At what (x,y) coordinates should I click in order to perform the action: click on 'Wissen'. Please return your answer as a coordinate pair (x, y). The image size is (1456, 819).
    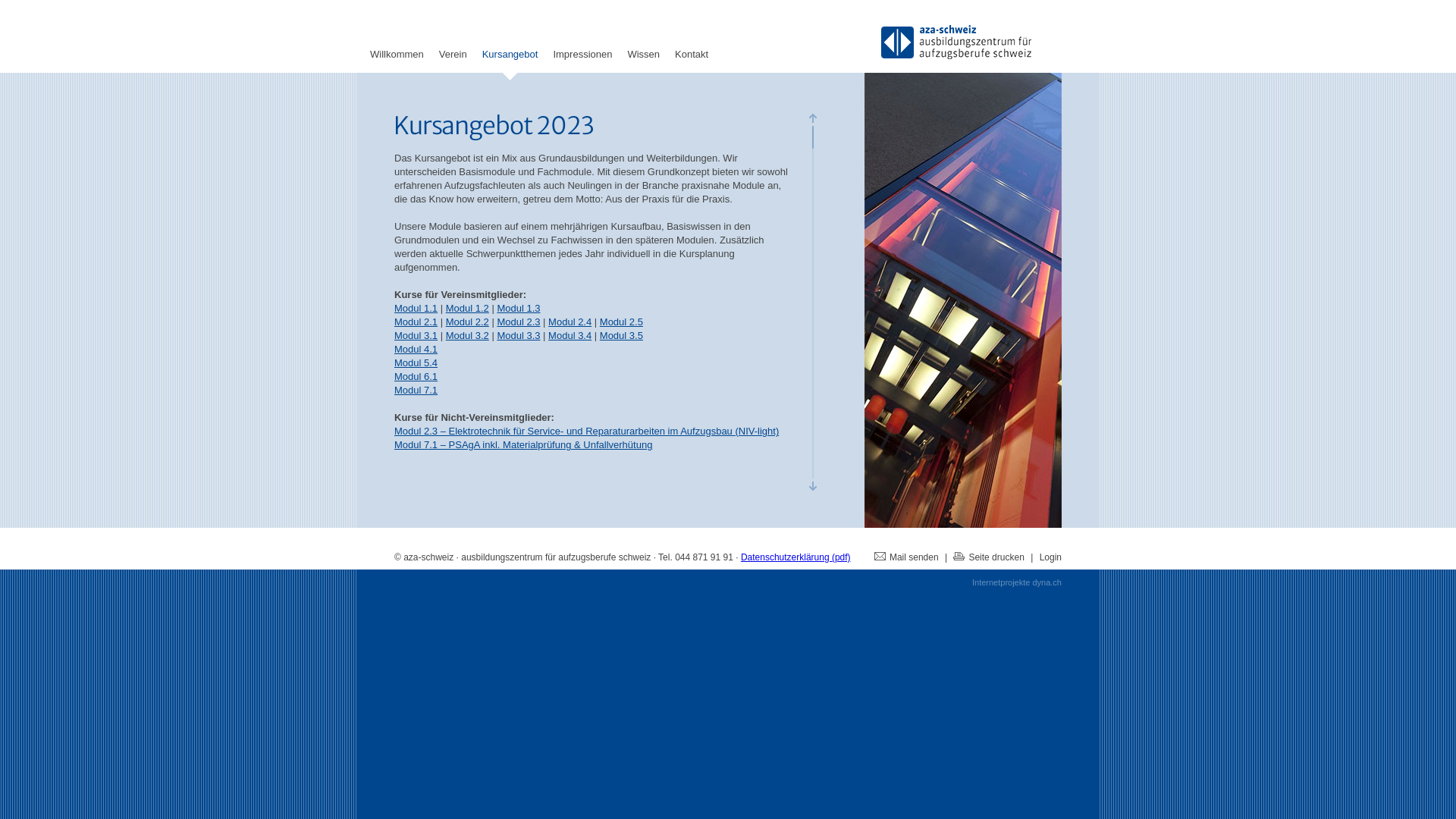
    Looking at the image, I should click on (643, 67).